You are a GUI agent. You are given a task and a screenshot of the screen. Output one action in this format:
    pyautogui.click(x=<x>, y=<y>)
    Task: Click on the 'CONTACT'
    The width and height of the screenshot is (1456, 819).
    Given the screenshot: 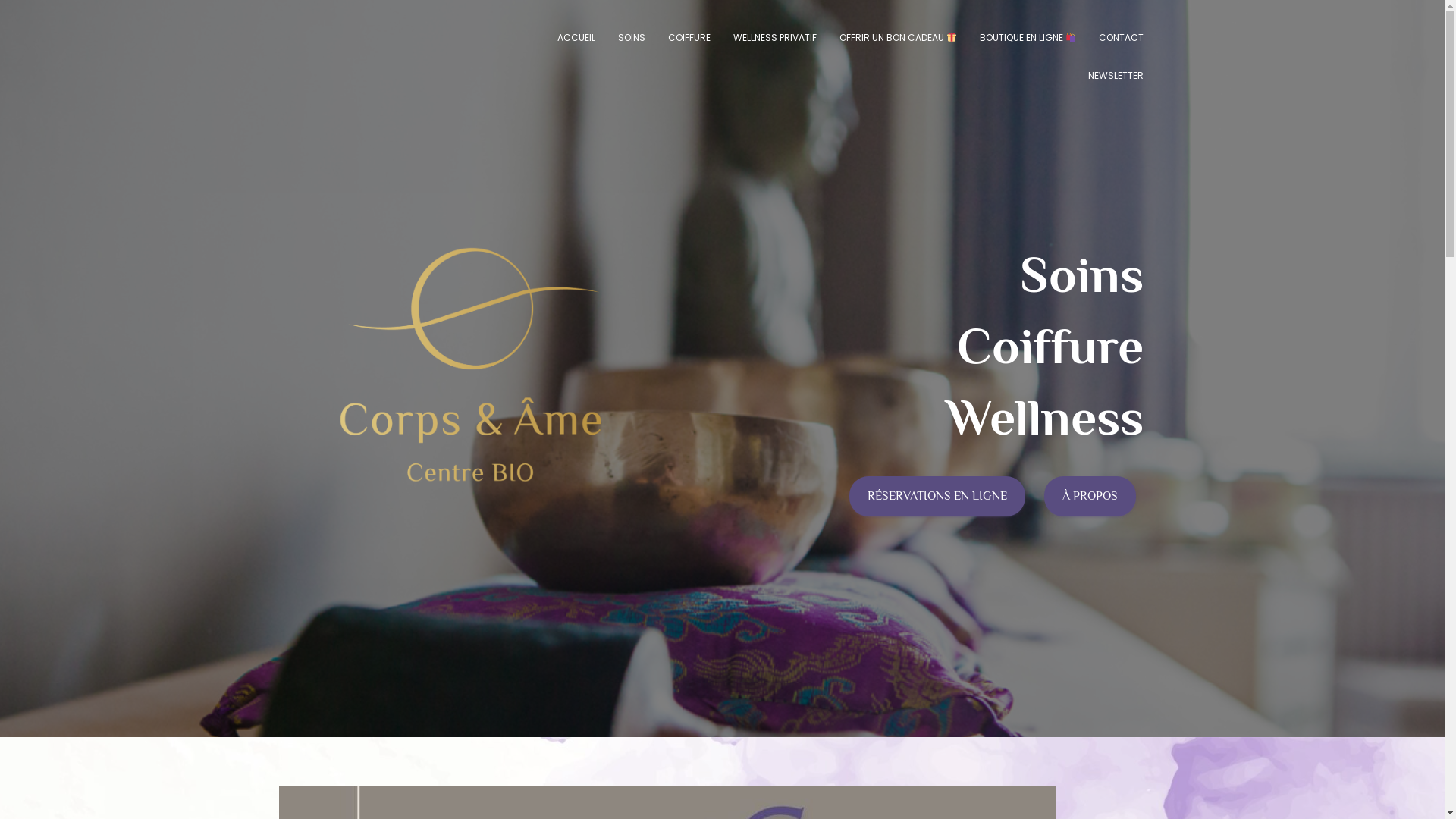 What is the action you would take?
    pyautogui.click(x=1121, y=37)
    